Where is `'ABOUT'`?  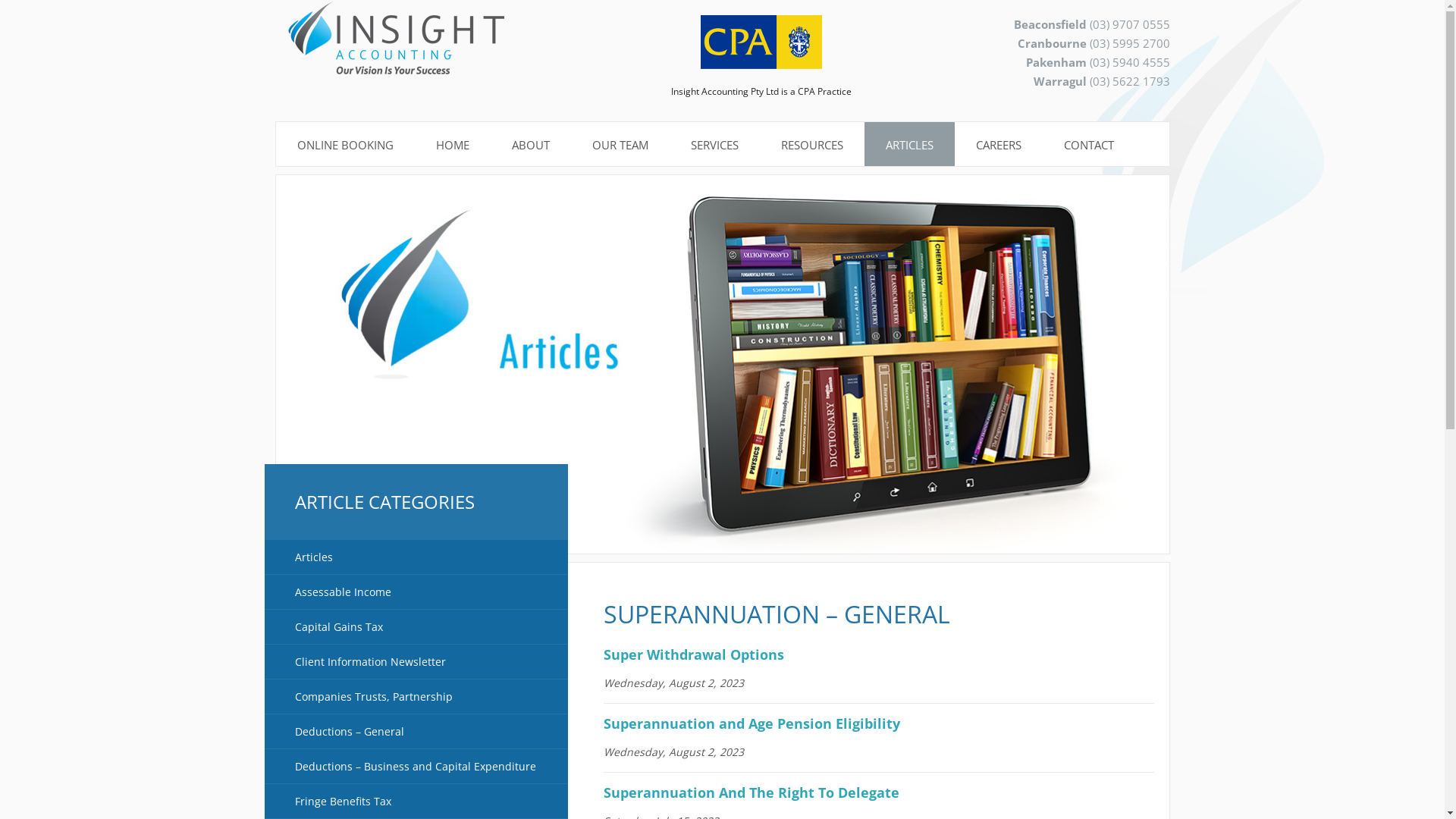
'ABOUT' is located at coordinates (530, 145).